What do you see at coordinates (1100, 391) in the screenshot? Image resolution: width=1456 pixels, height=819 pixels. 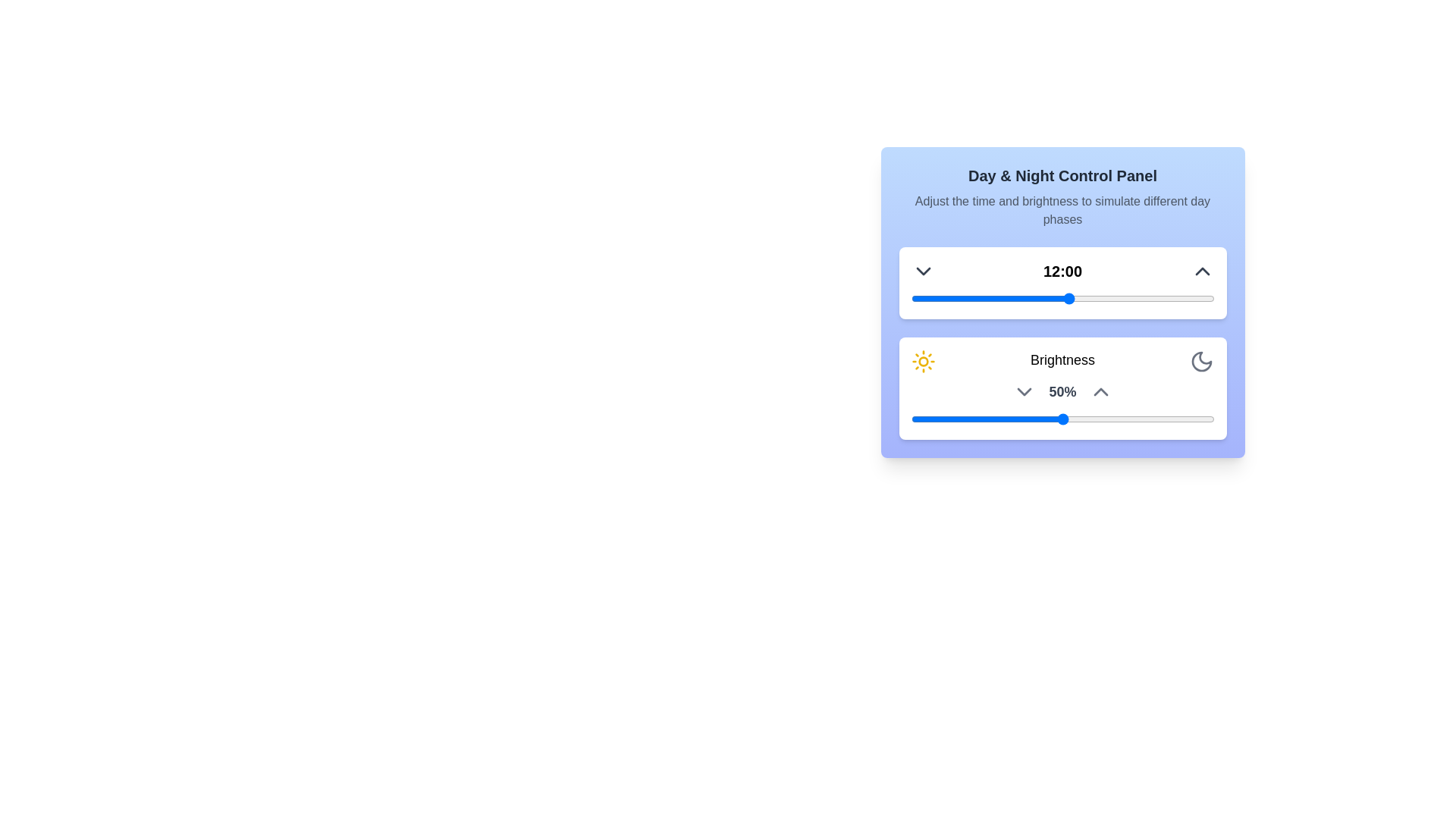 I see `the upward-facing chevron-shaped button located within the 'Brightness' control section to increase the brightness value` at bounding box center [1100, 391].